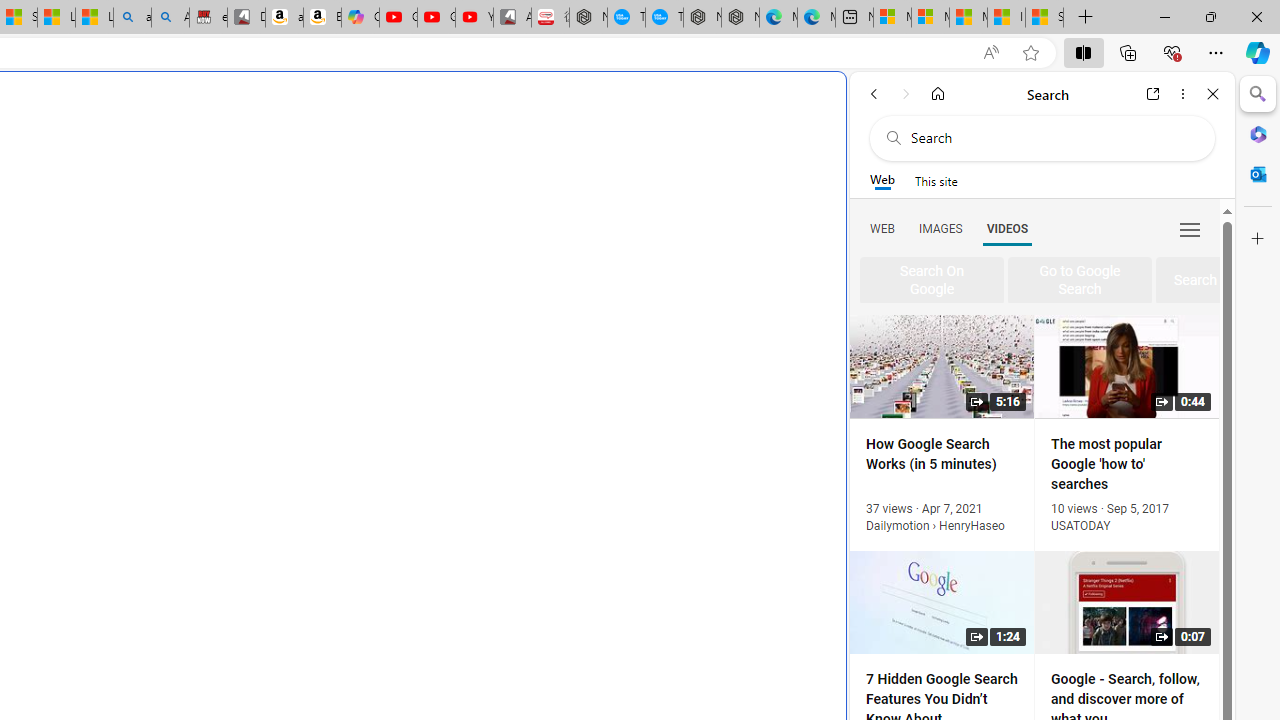 This screenshot has height=720, width=1280. I want to click on 'Customize', so click(1257, 238).